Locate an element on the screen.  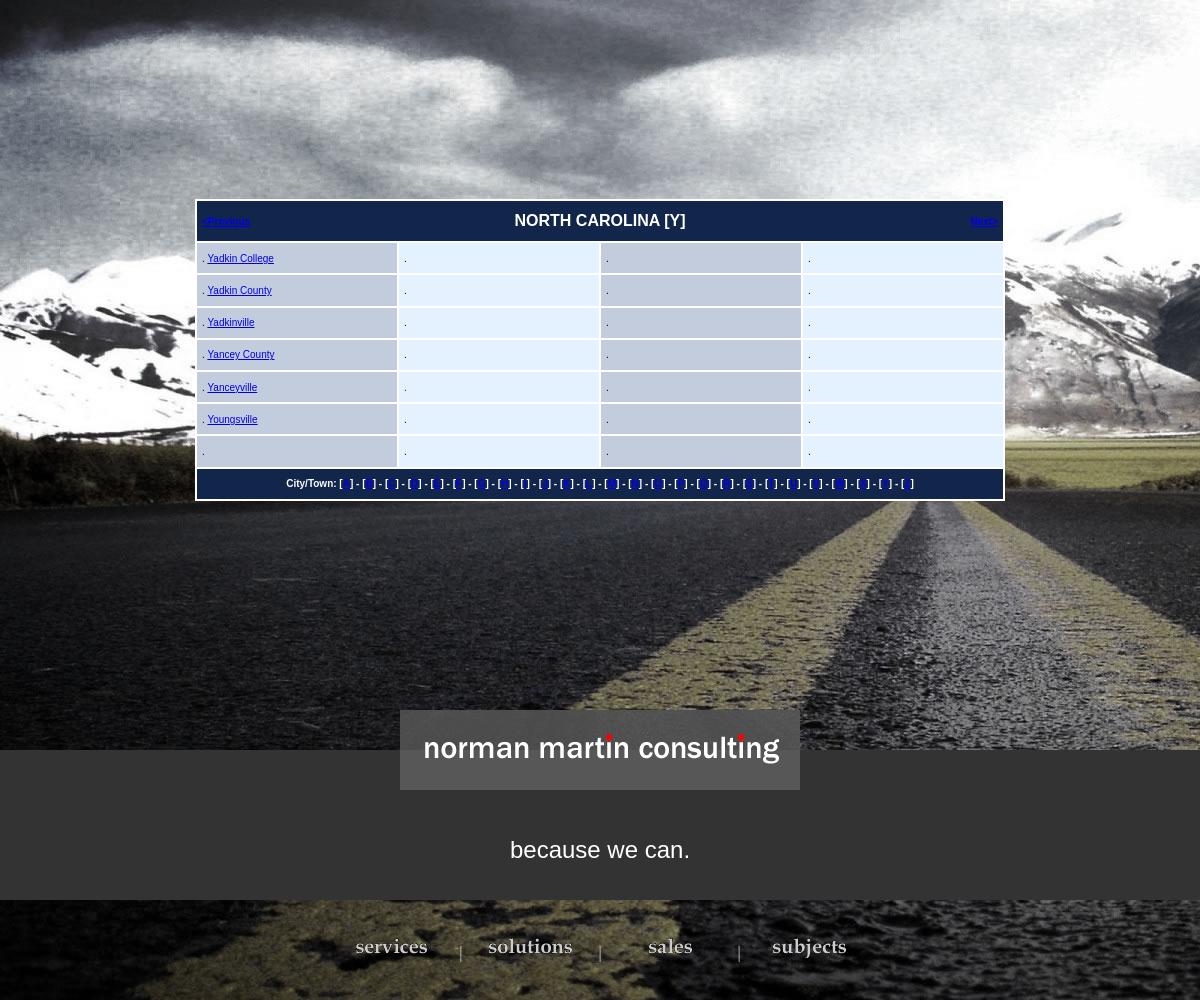
'NORTH CAROLINA [Y]' is located at coordinates (512, 219).